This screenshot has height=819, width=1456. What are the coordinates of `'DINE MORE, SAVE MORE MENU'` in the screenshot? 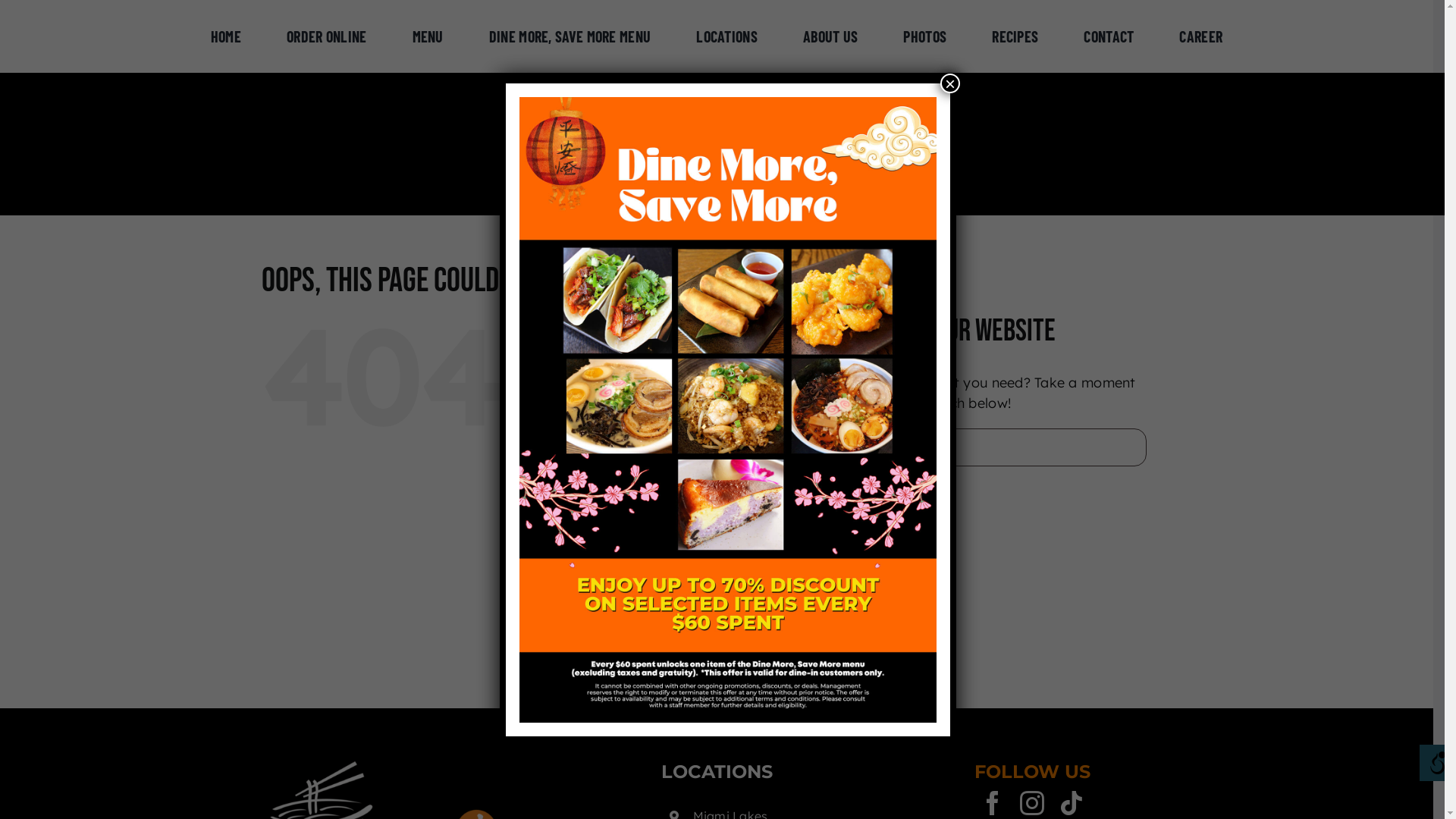 It's located at (570, 35).